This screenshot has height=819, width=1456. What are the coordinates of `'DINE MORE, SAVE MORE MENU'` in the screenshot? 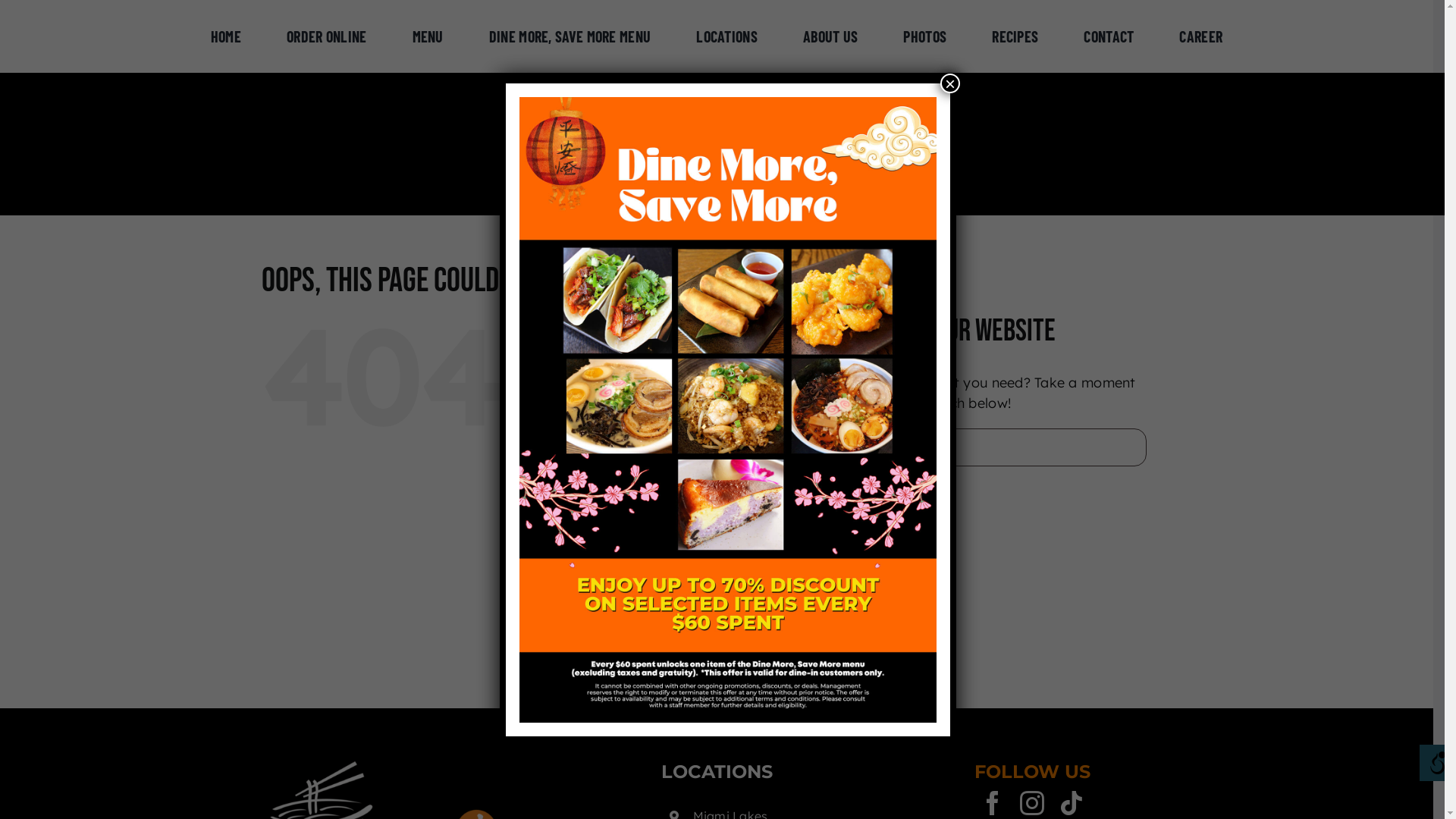 It's located at (570, 35).